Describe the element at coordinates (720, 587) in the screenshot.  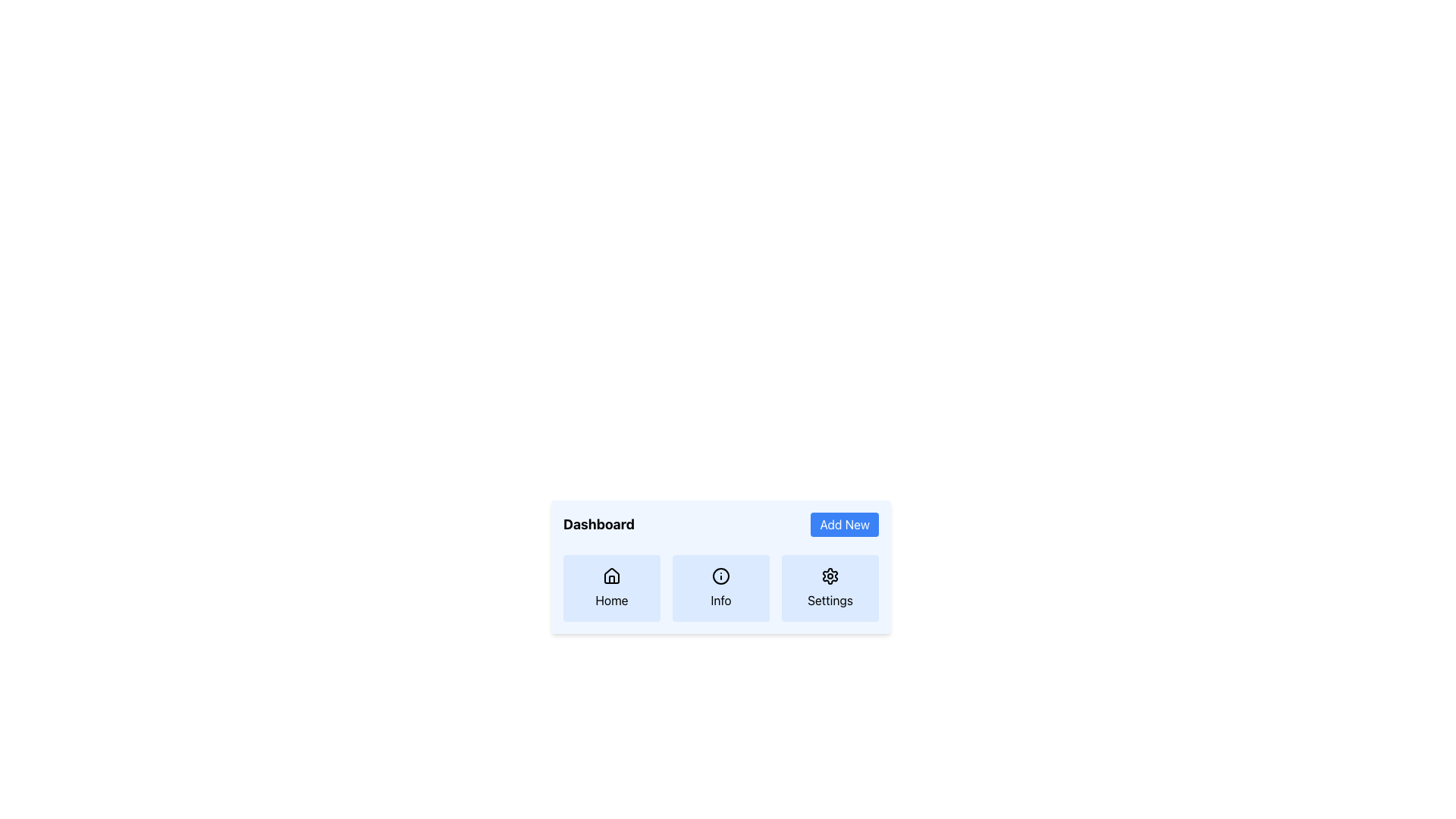
I see `the 'Info' button, which is a rounded rectangular button with a light blue background and a black circular icon featuring the letter 'i', to observe its hover effects` at that location.